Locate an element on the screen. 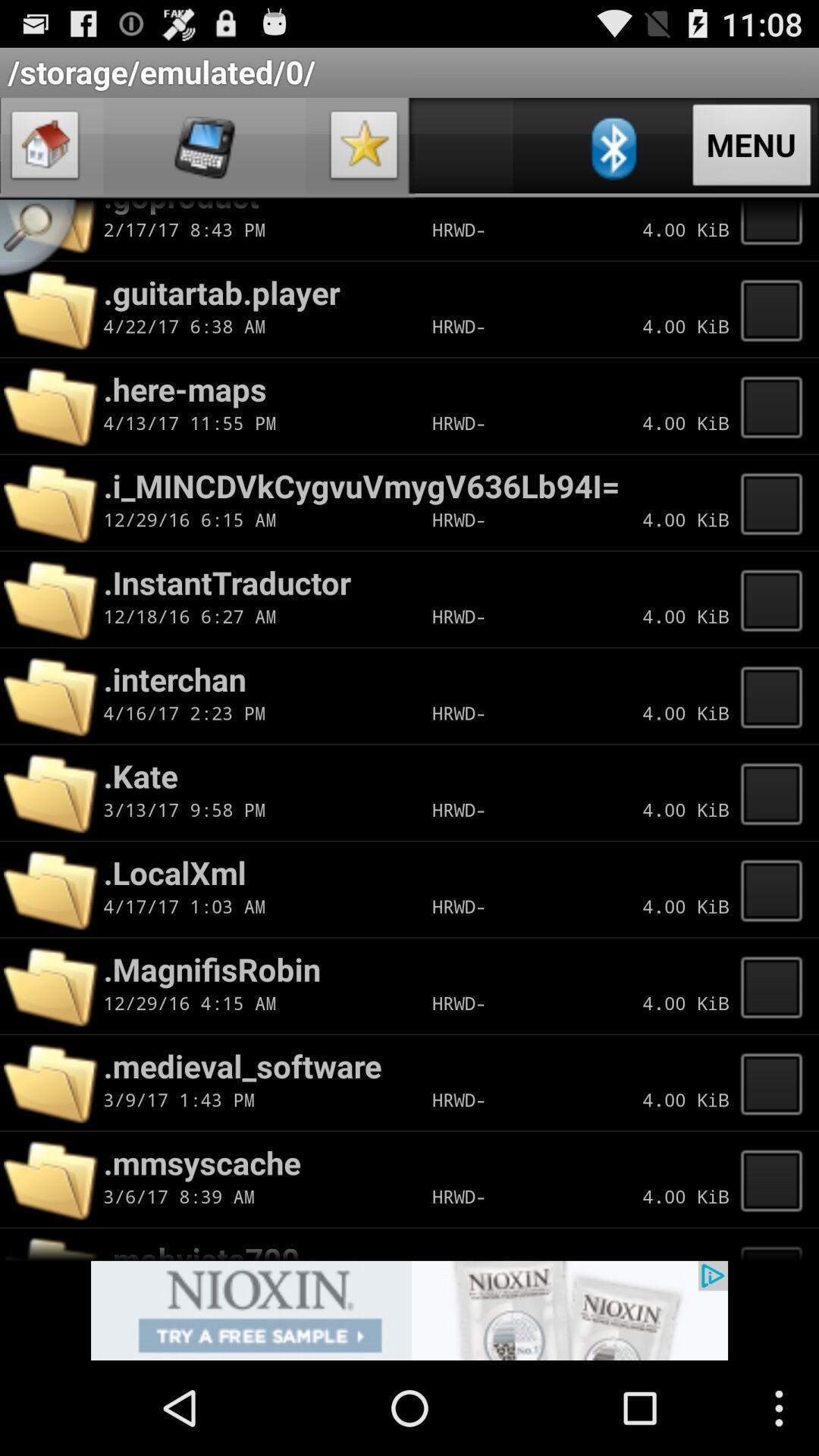 The height and width of the screenshot is (1456, 819). folder is located at coordinates (776, 229).